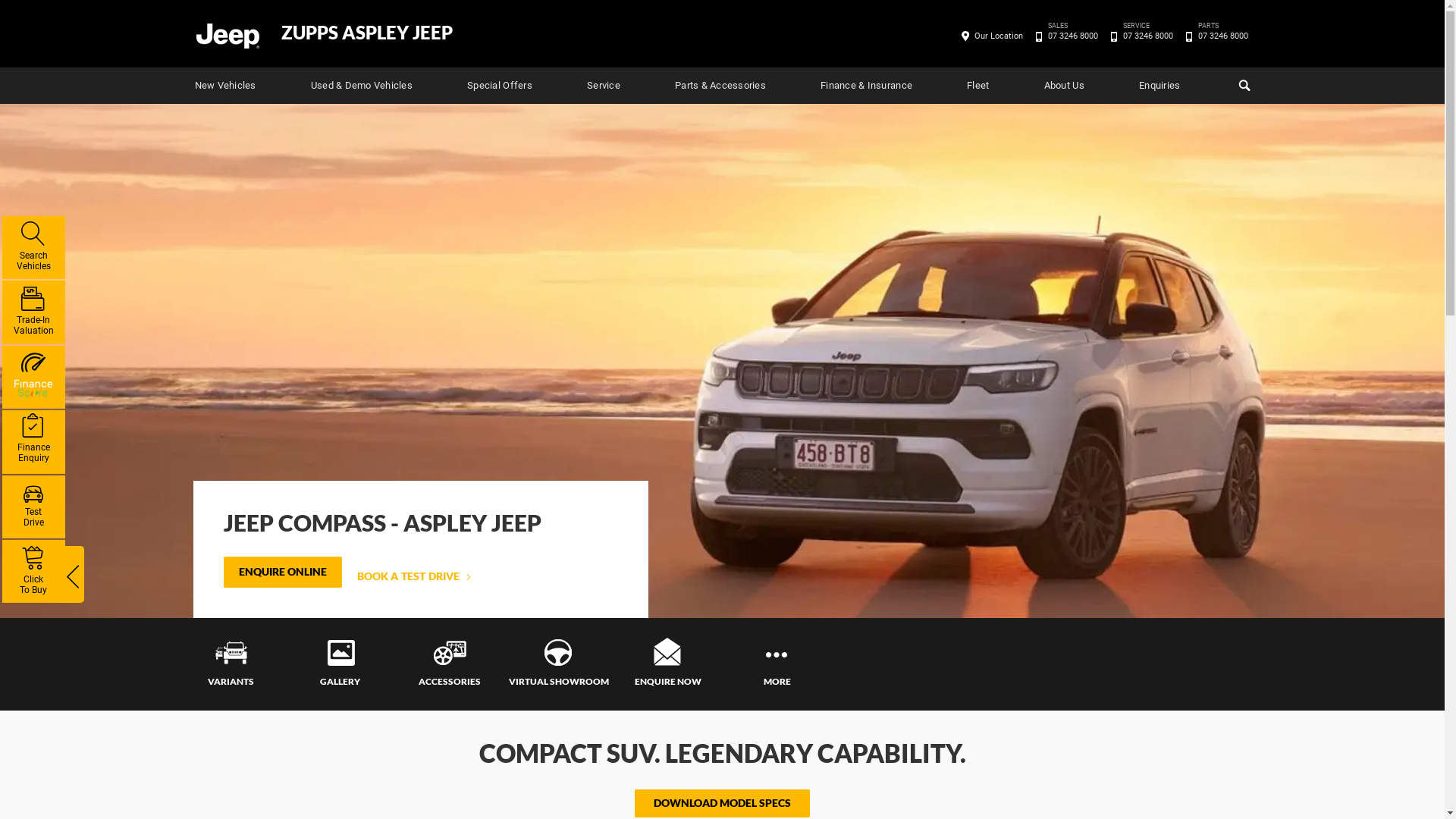 The width and height of the screenshot is (1456, 819). I want to click on 'About Us', so click(1063, 85).